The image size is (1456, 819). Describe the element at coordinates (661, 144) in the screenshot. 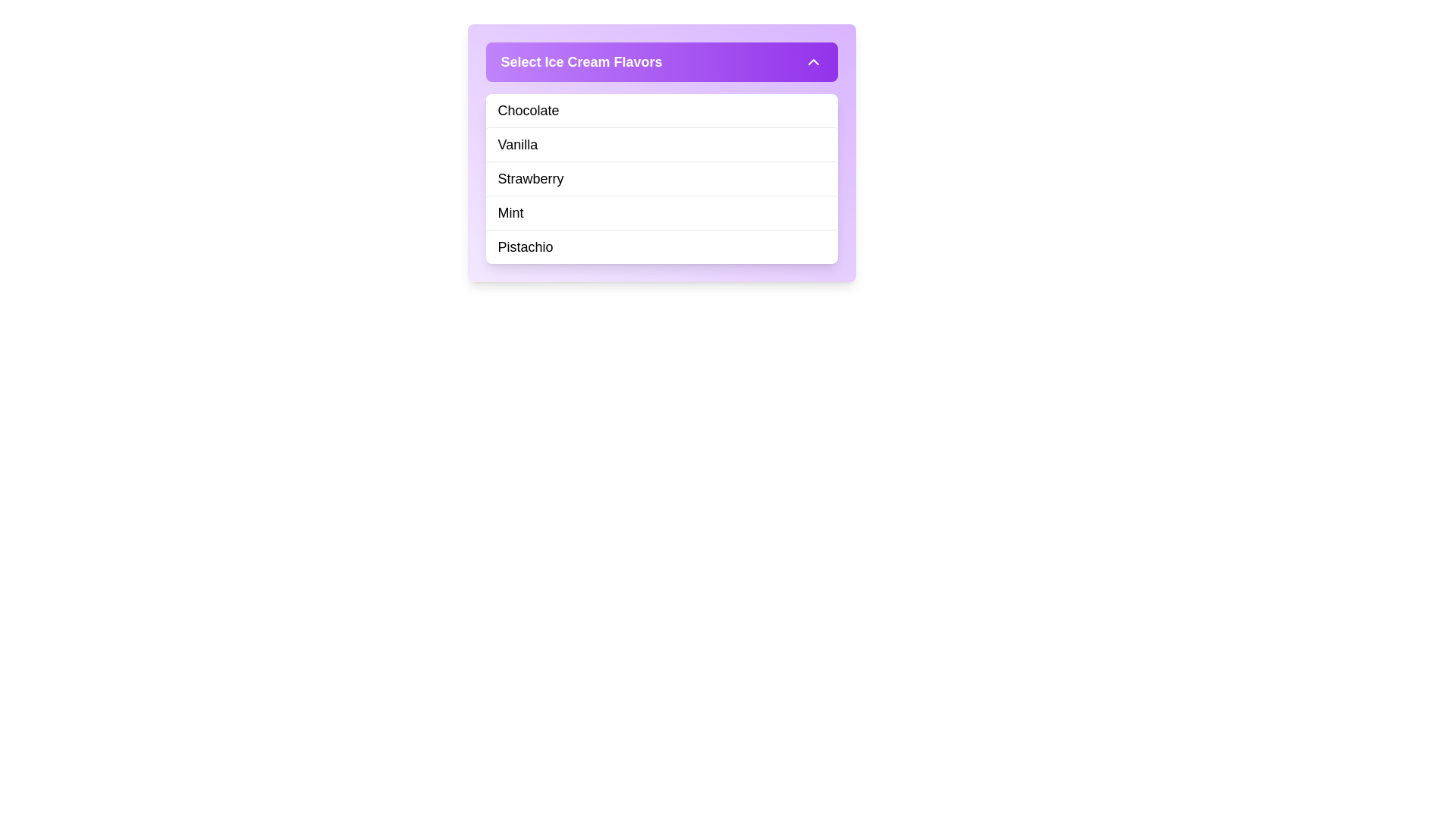

I see `the 'Vanilla' flavor option in the dropdown menu located below 'Chocolate' and above 'Strawberry' in the menu labeled 'Select Ice Cream Flavors.'` at that location.